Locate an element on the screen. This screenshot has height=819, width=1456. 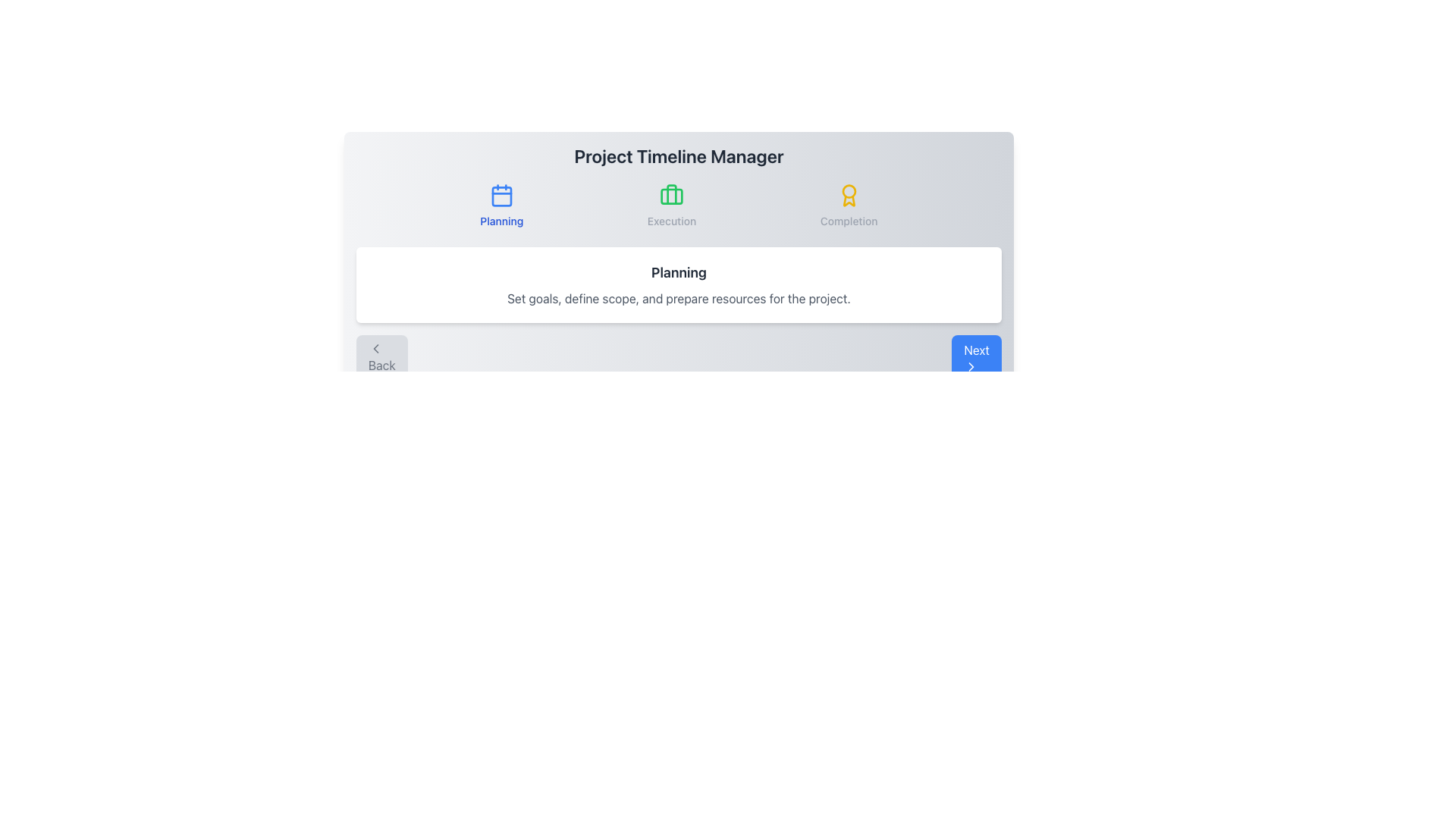
the static text label displaying 'Execution', which is the middle label under the icons for 'Planning' and 'Completion' is located at coordinates (671, 221).